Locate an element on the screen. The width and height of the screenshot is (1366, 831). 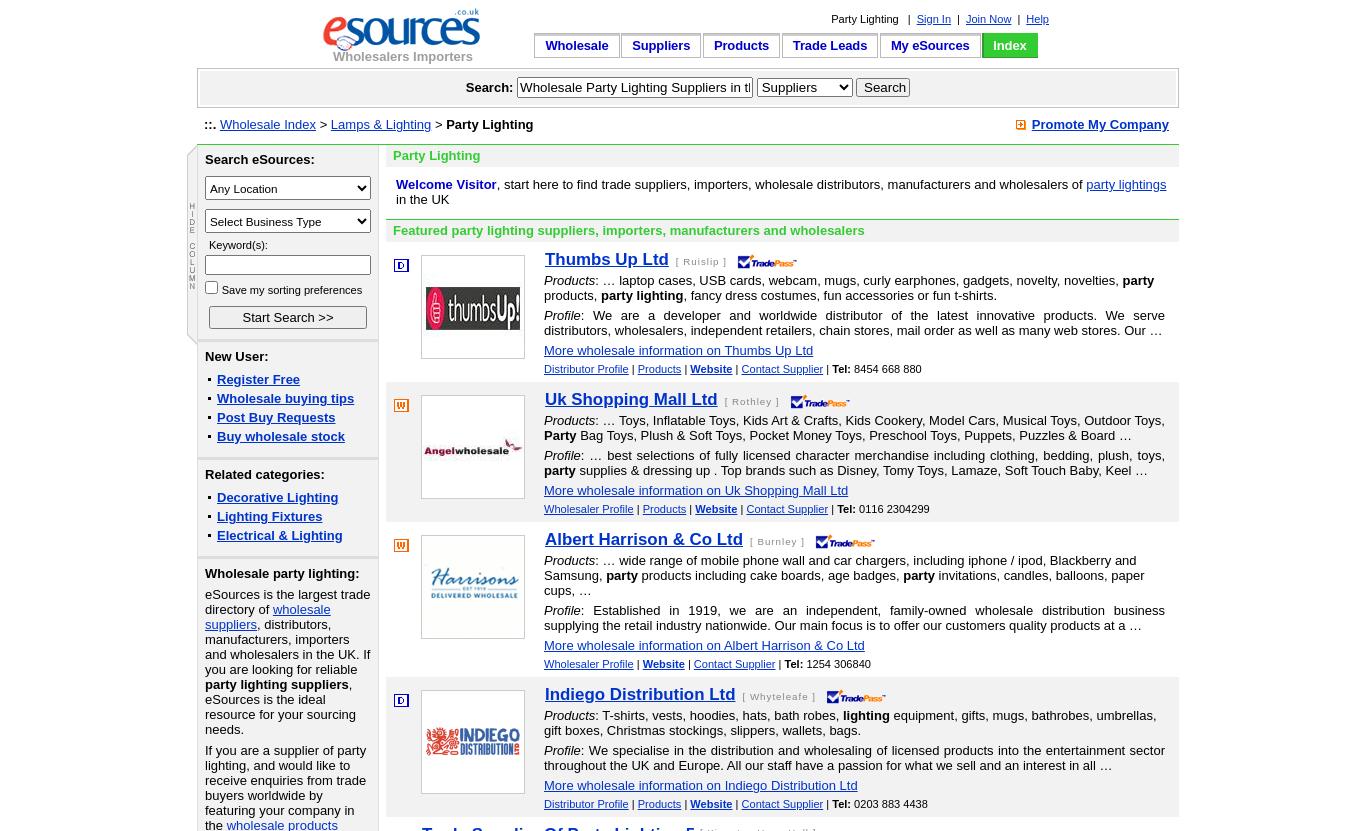
'My eSources' is located at coordinates (929, 45).